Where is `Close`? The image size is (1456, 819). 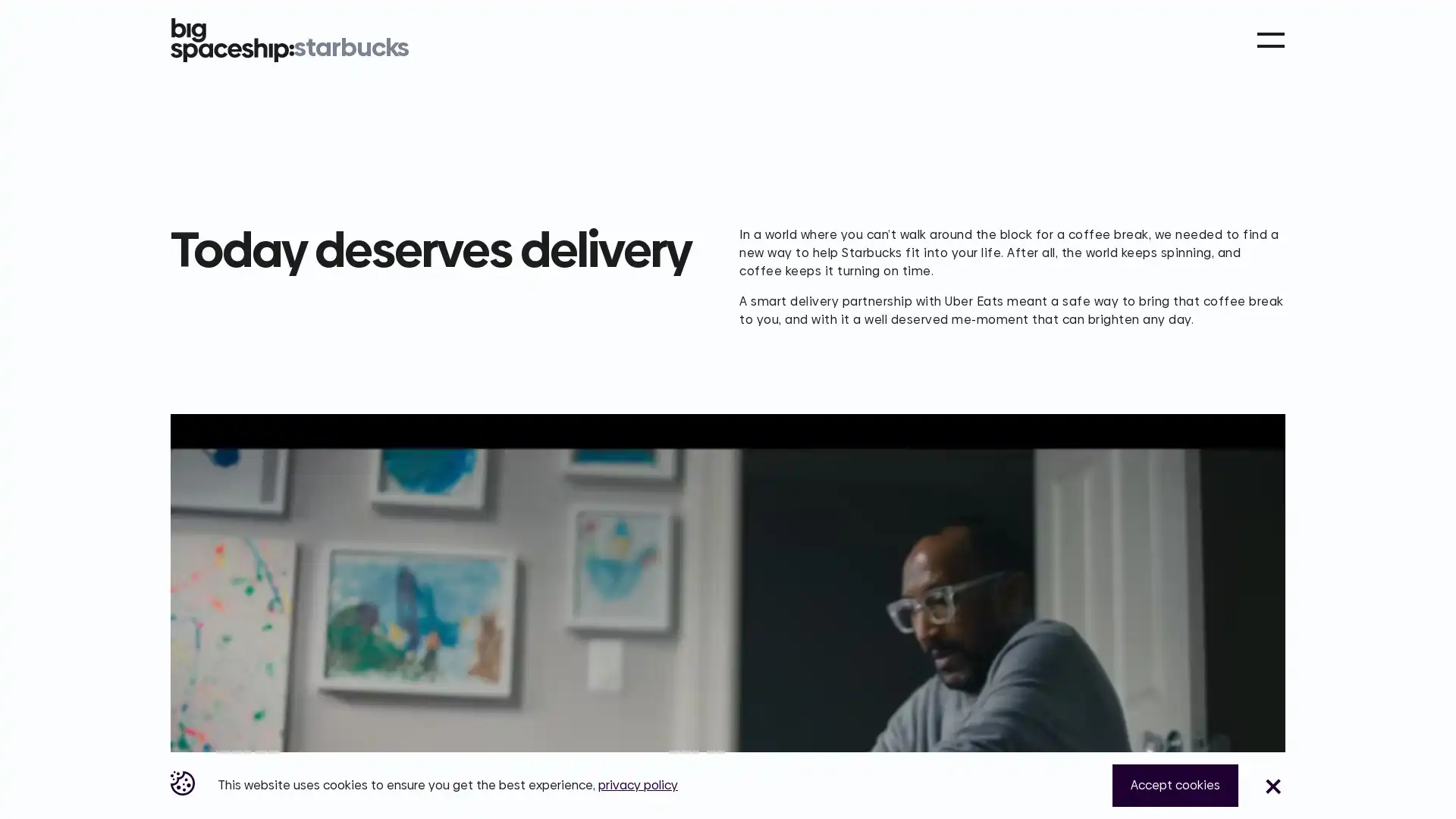 Close is located at coordinates (1273, 786).